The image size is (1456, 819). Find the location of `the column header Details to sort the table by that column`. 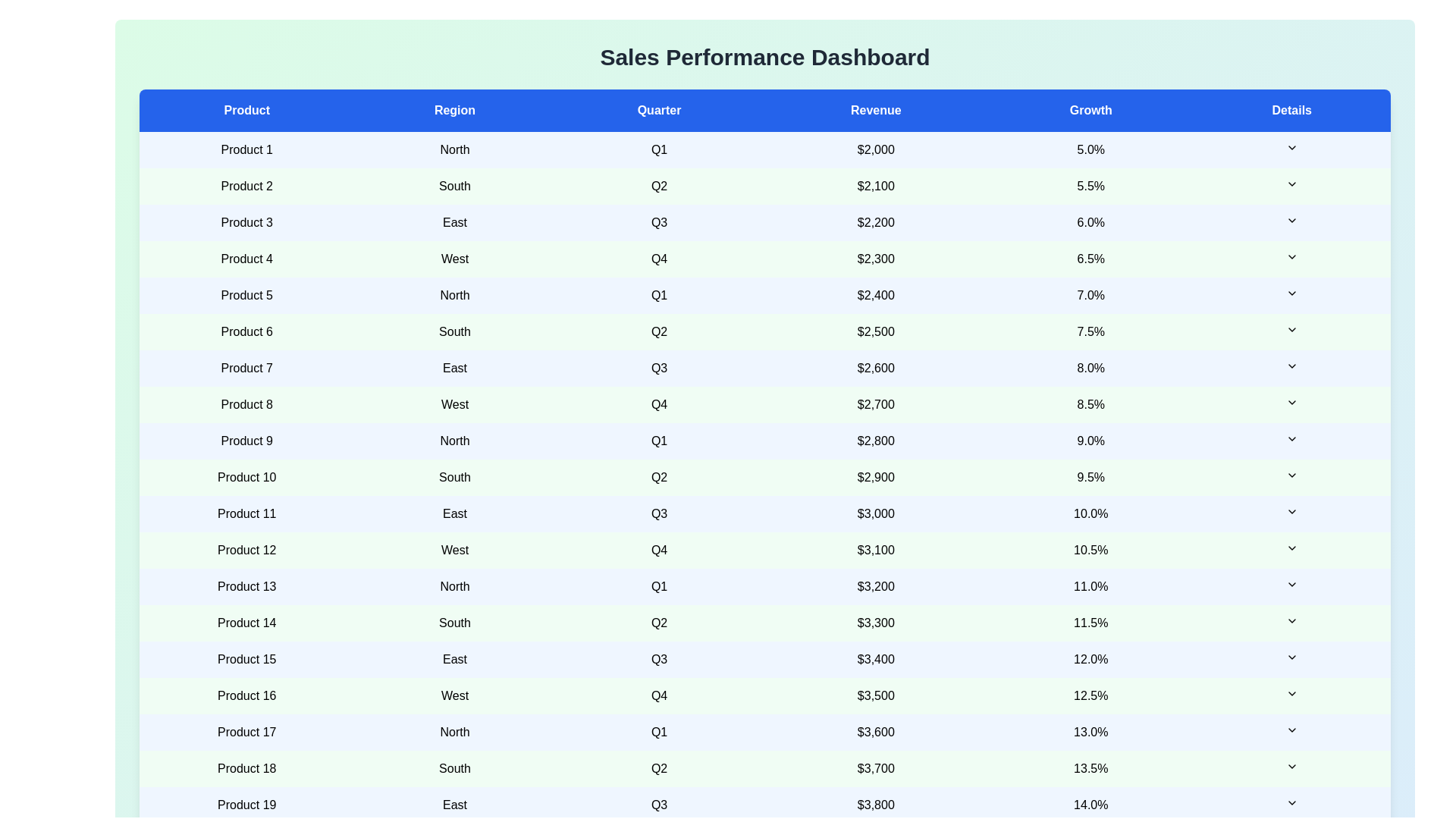

the column header Details to sort the table by that column is located at coordinates (1291, 110).